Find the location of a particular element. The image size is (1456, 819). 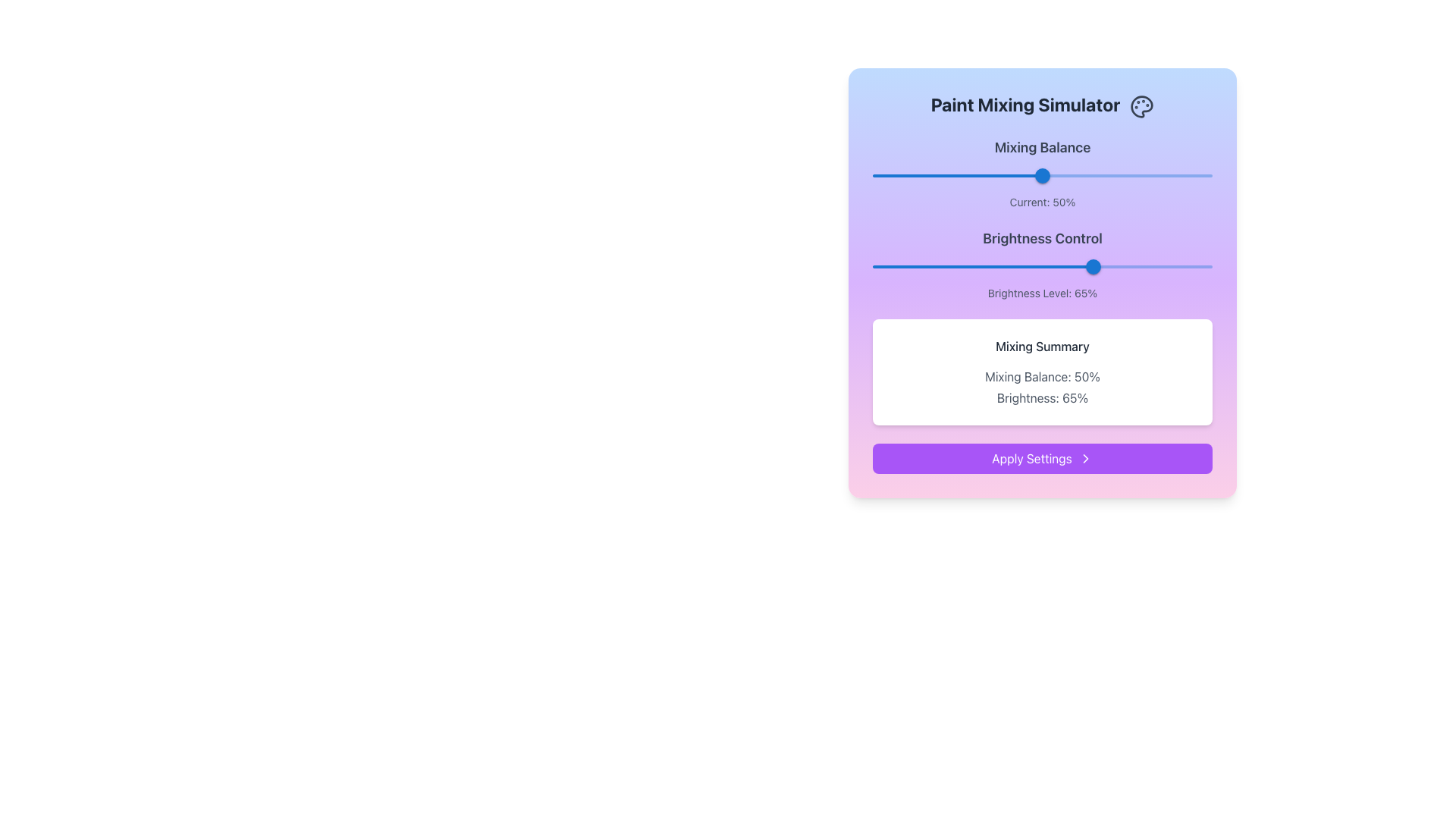

brightness level is located at coordinates (1062, 265).